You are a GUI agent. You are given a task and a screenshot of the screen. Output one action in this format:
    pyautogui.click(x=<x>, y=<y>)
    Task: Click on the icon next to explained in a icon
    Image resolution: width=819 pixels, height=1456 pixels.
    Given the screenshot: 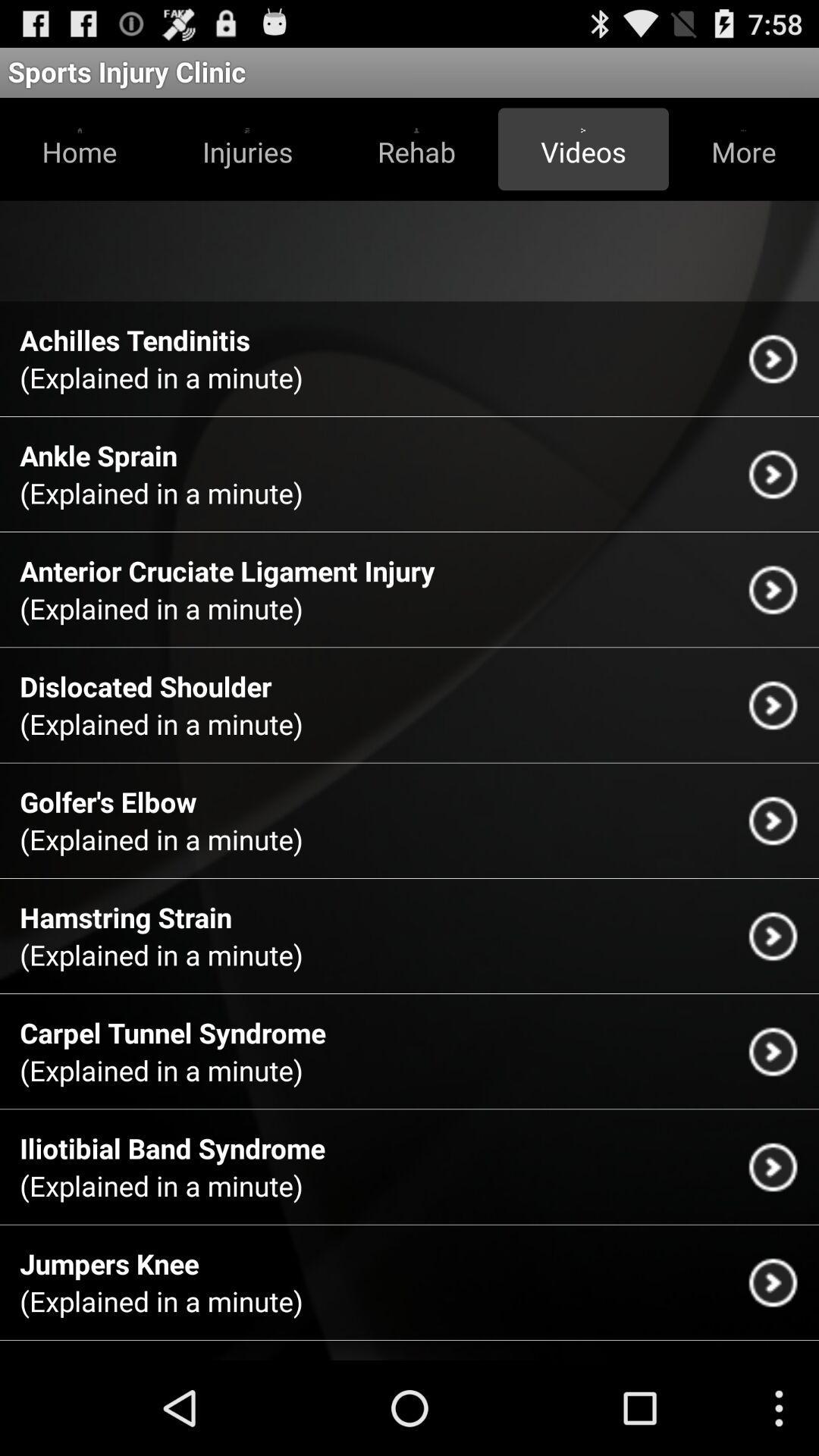 What is the action you would take?
    pyautogui.click(x=773, y=358)
    